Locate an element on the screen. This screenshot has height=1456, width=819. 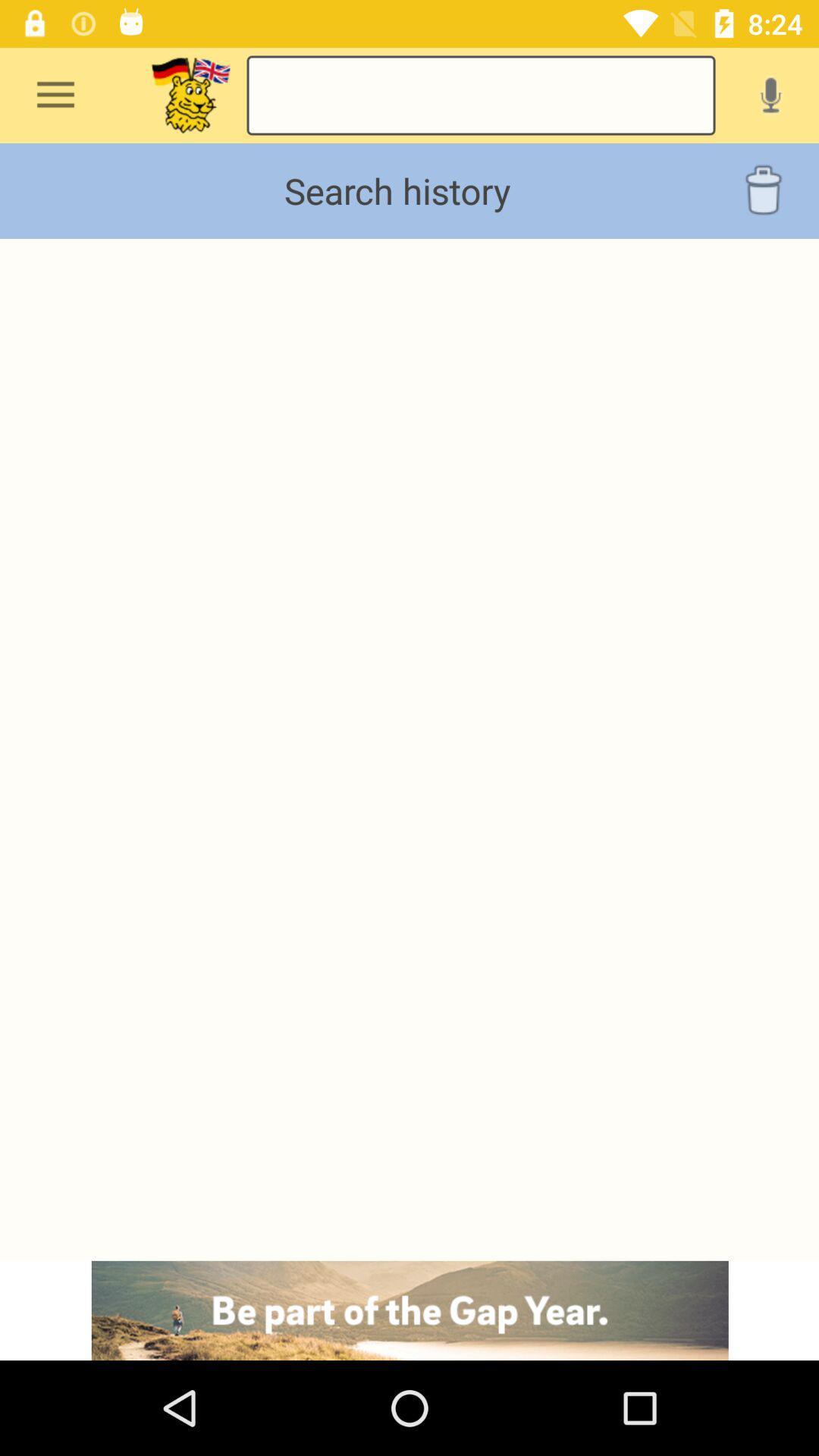
delete option is located at coordinates (763, 190).